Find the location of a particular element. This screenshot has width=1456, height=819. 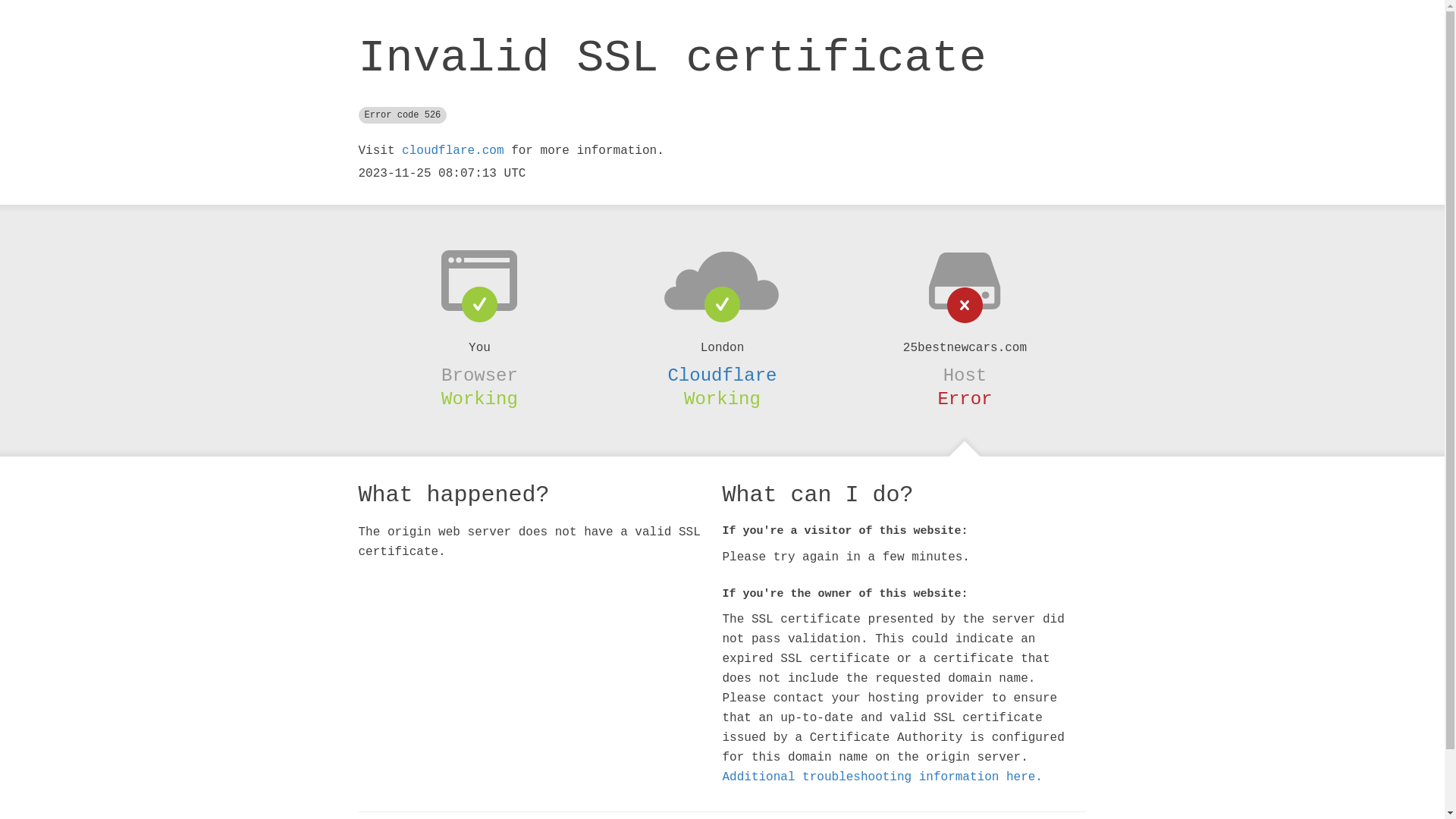

'cloudflare.com' is located at coordinates (451, 151).